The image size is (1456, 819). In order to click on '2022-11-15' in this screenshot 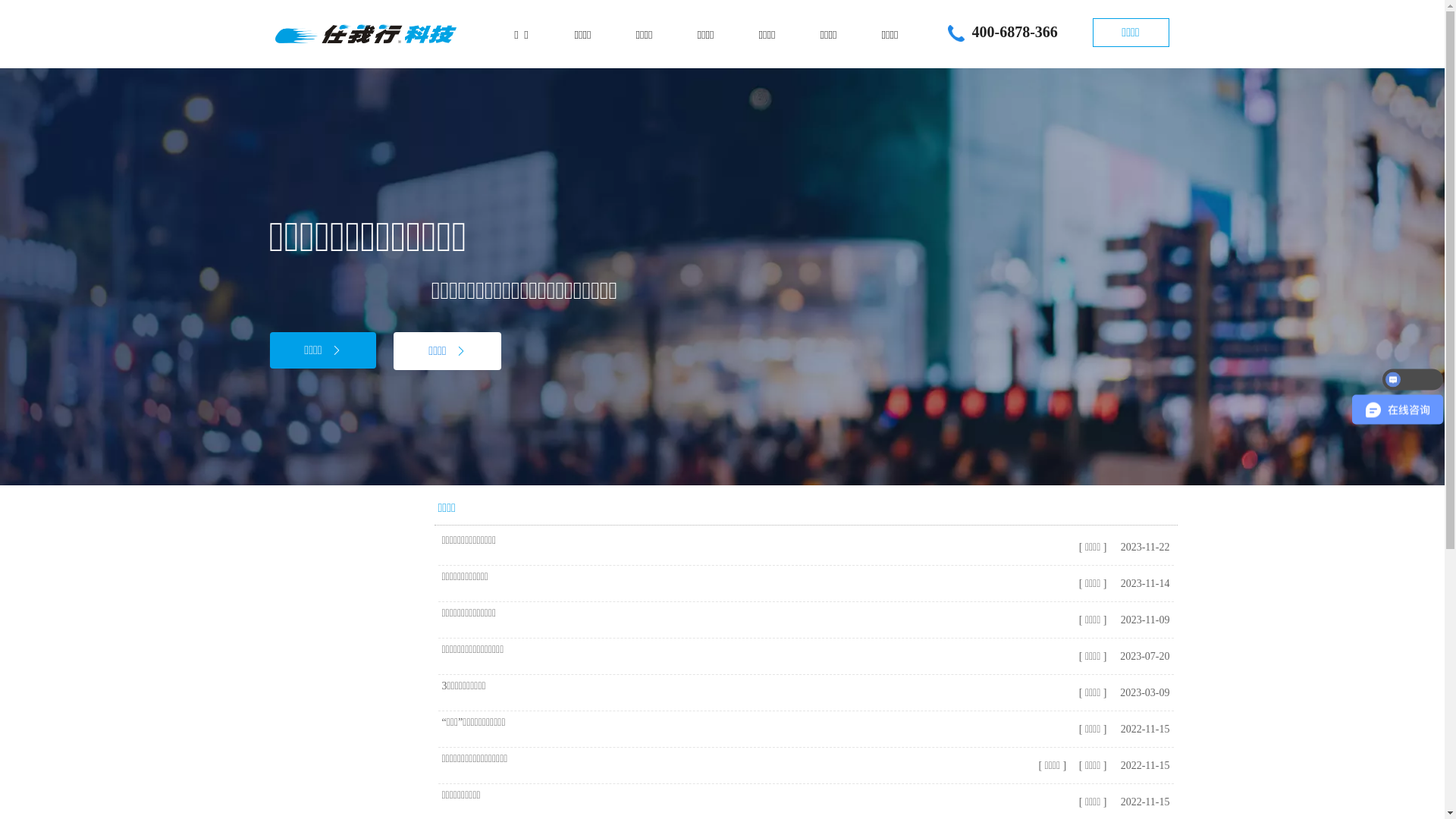, I will do `click(1143, 801)`.